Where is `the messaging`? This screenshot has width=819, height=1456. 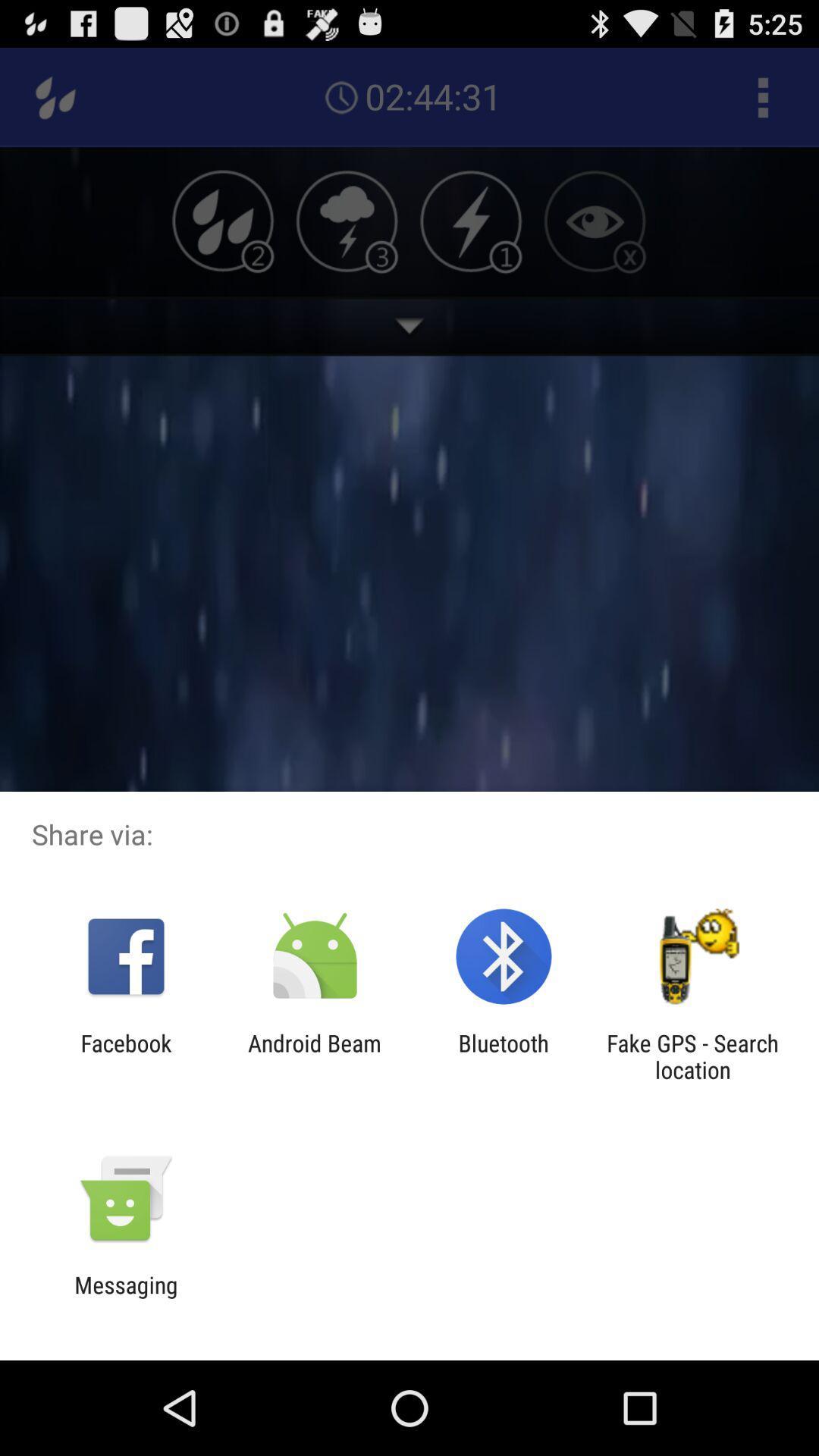
the messaging is located at coordinates (125, 1298).